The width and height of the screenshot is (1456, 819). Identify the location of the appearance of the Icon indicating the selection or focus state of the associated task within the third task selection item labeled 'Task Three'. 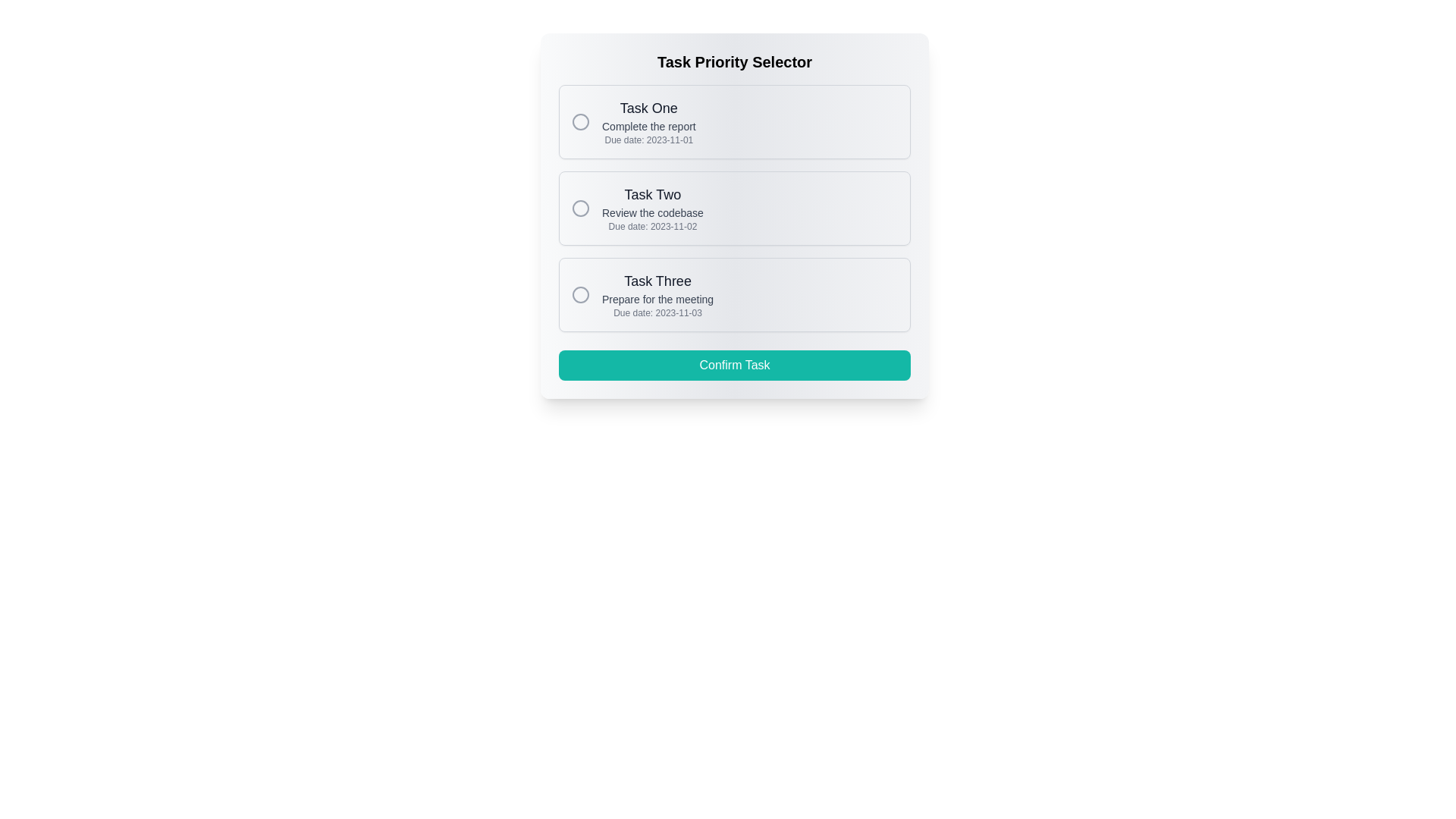
(580, 295).